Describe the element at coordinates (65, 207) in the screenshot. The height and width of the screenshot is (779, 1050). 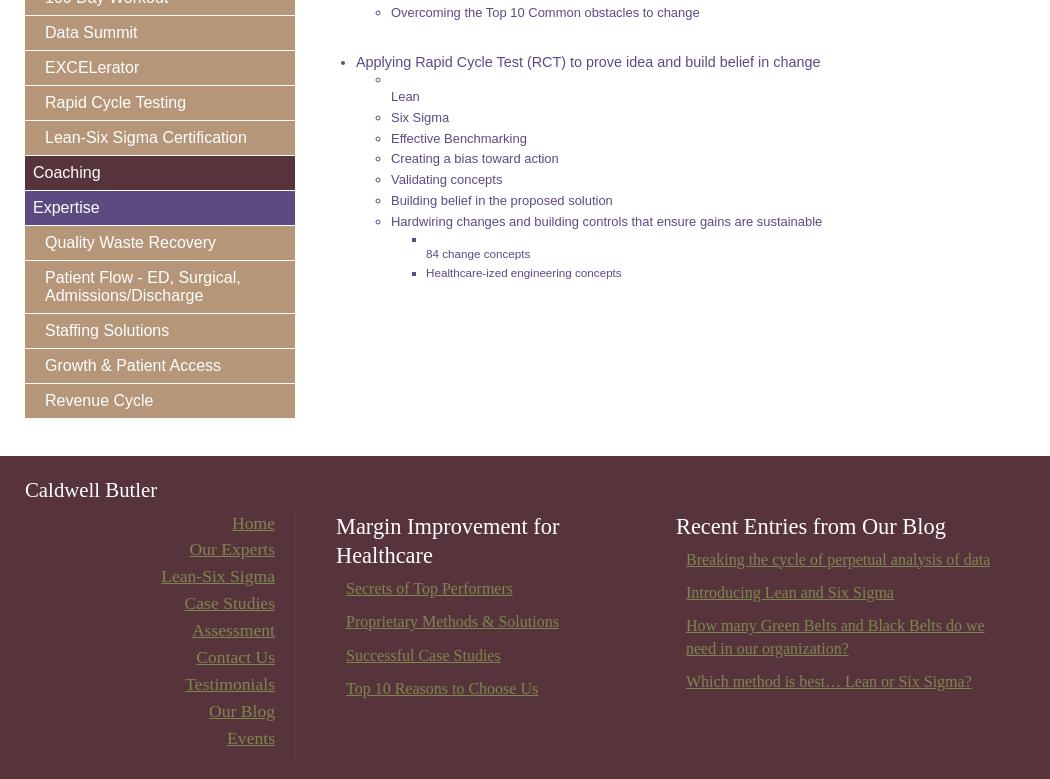
I see `'Expertise'` at that location.